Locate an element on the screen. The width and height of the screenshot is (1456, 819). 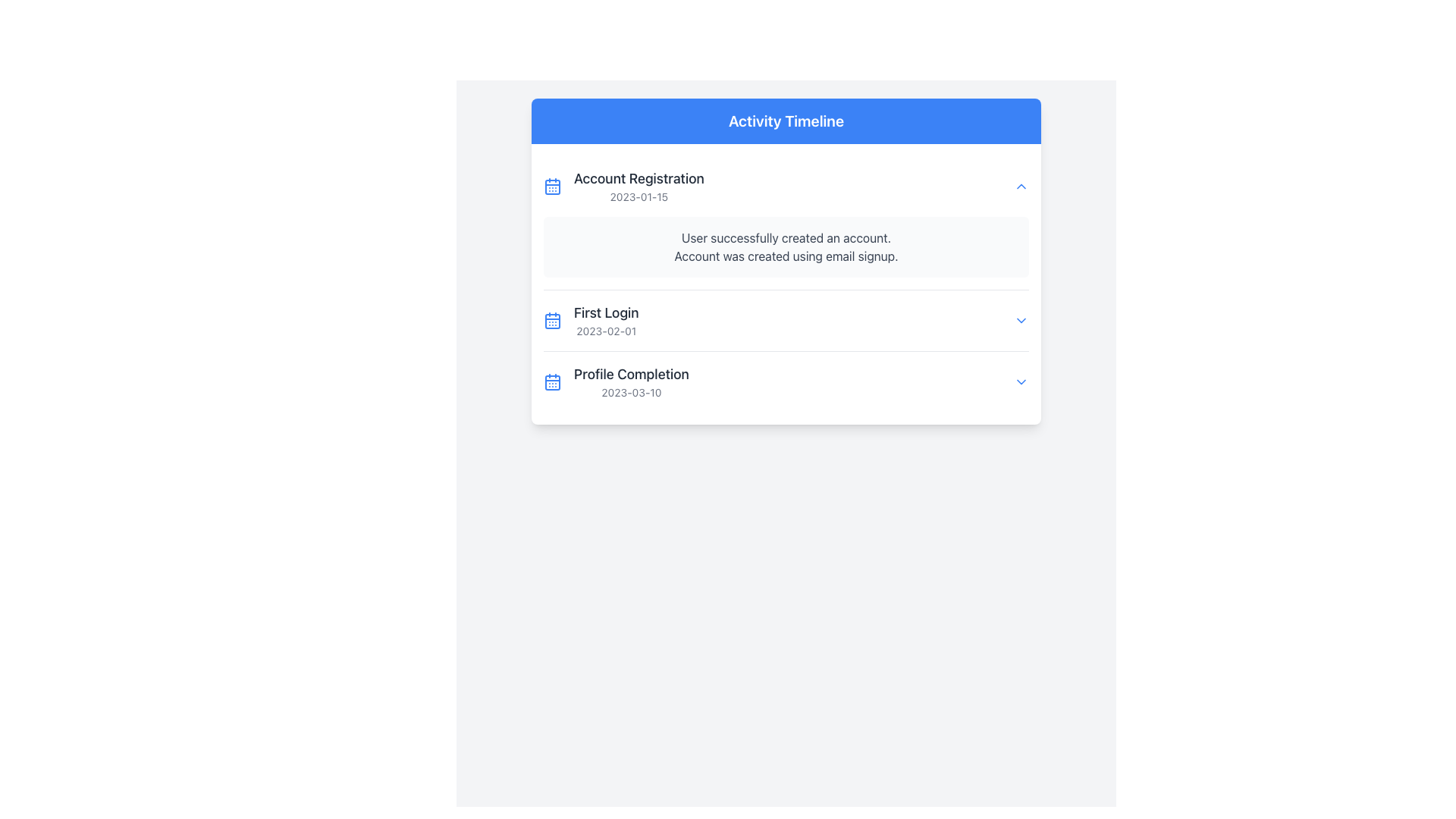
the static text element that confirms account creation, which is located in the 'Activity Timeline' panel under the 'Account Registration' section is located at coordinates (786, 237).